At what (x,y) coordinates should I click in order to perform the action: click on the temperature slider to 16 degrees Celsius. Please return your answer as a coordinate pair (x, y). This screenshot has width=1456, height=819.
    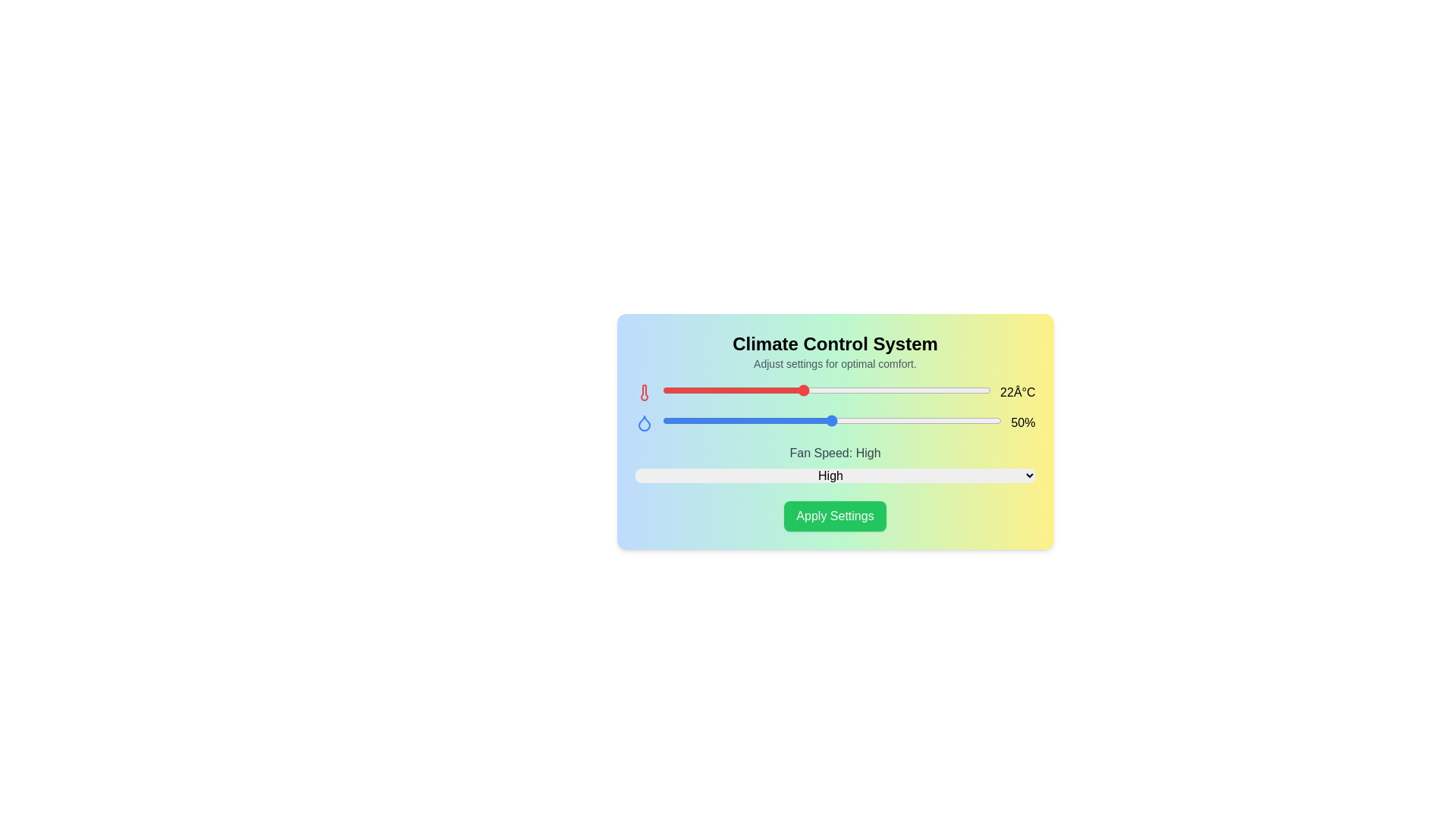
    Looking at the image, I should click on (662, 390).